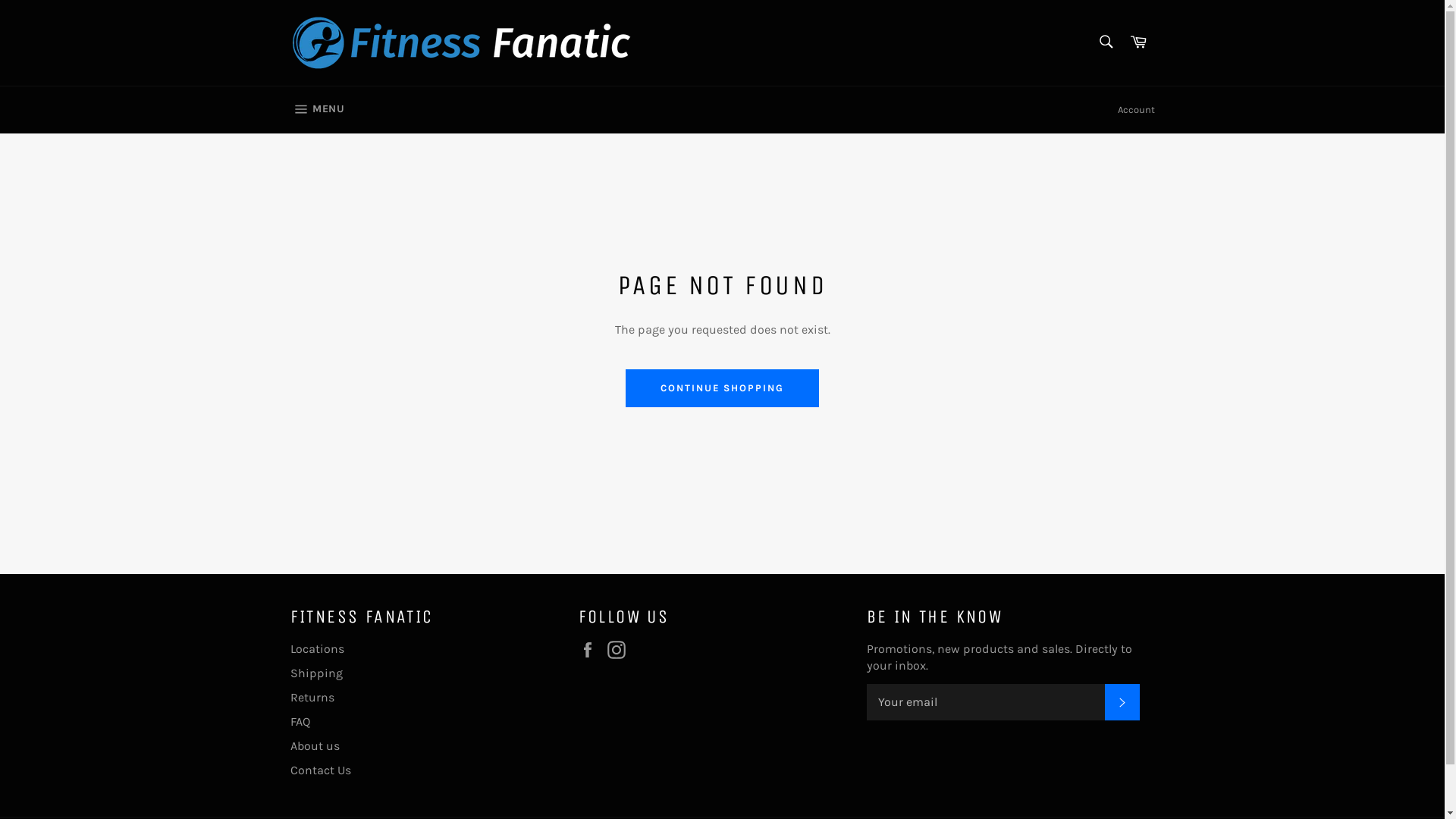 This screenshot has width=1456, height=819. I want to click on 'About us', so click(313, 745).